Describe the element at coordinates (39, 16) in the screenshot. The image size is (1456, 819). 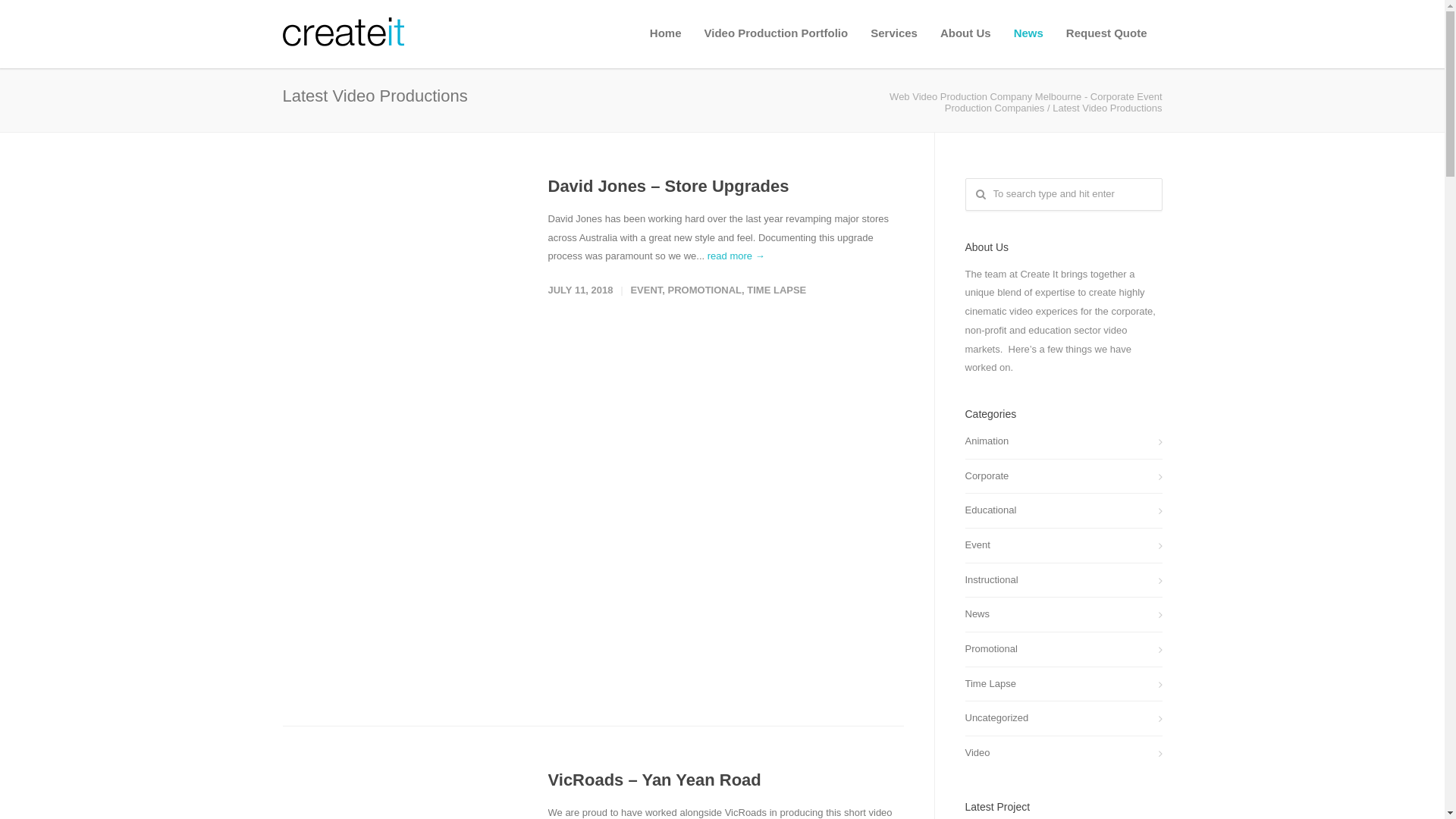
I see `'Search'` at that location.